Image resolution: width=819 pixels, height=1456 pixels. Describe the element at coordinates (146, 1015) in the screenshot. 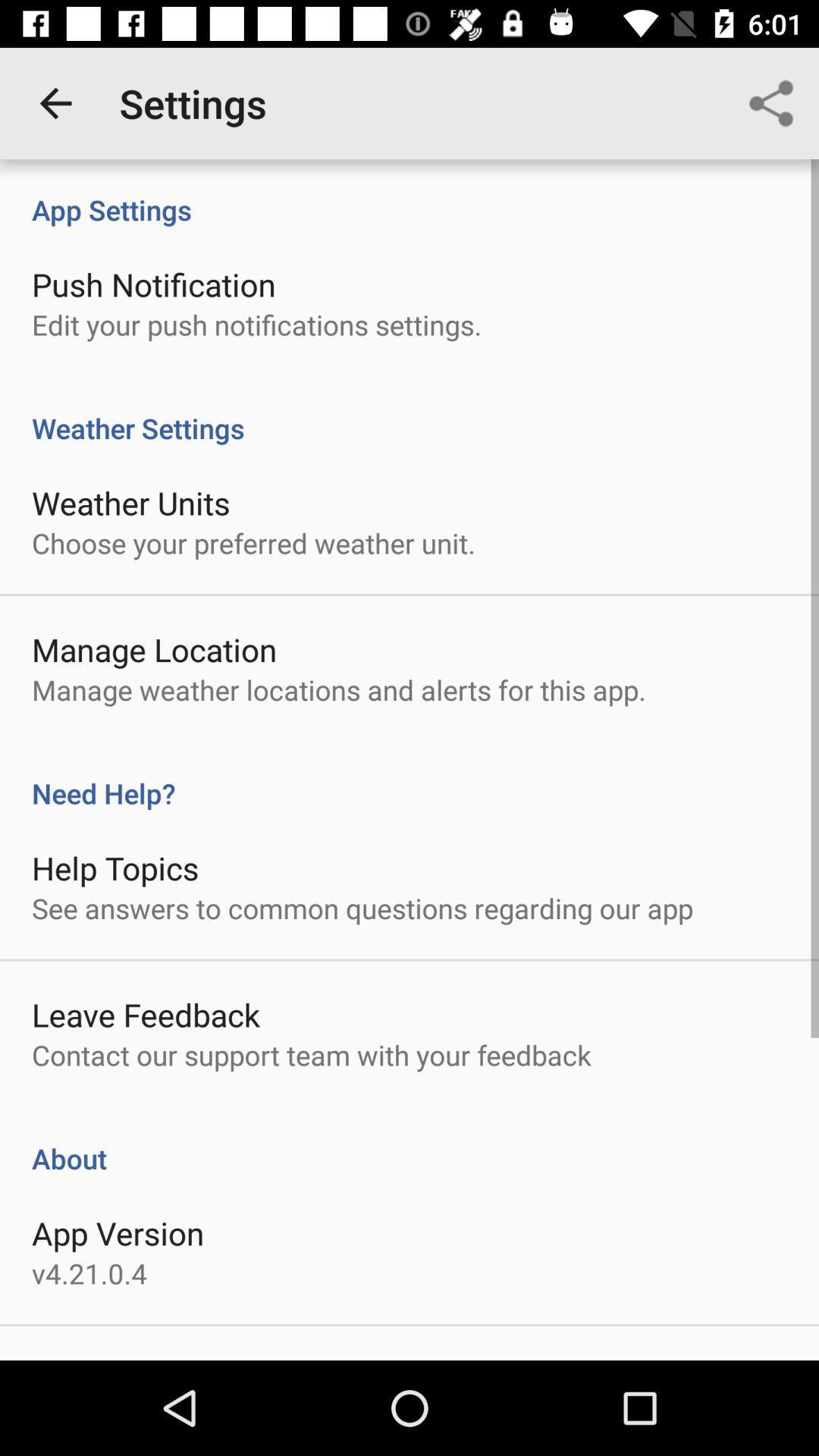

I see `the item above contact our support item` at that location.